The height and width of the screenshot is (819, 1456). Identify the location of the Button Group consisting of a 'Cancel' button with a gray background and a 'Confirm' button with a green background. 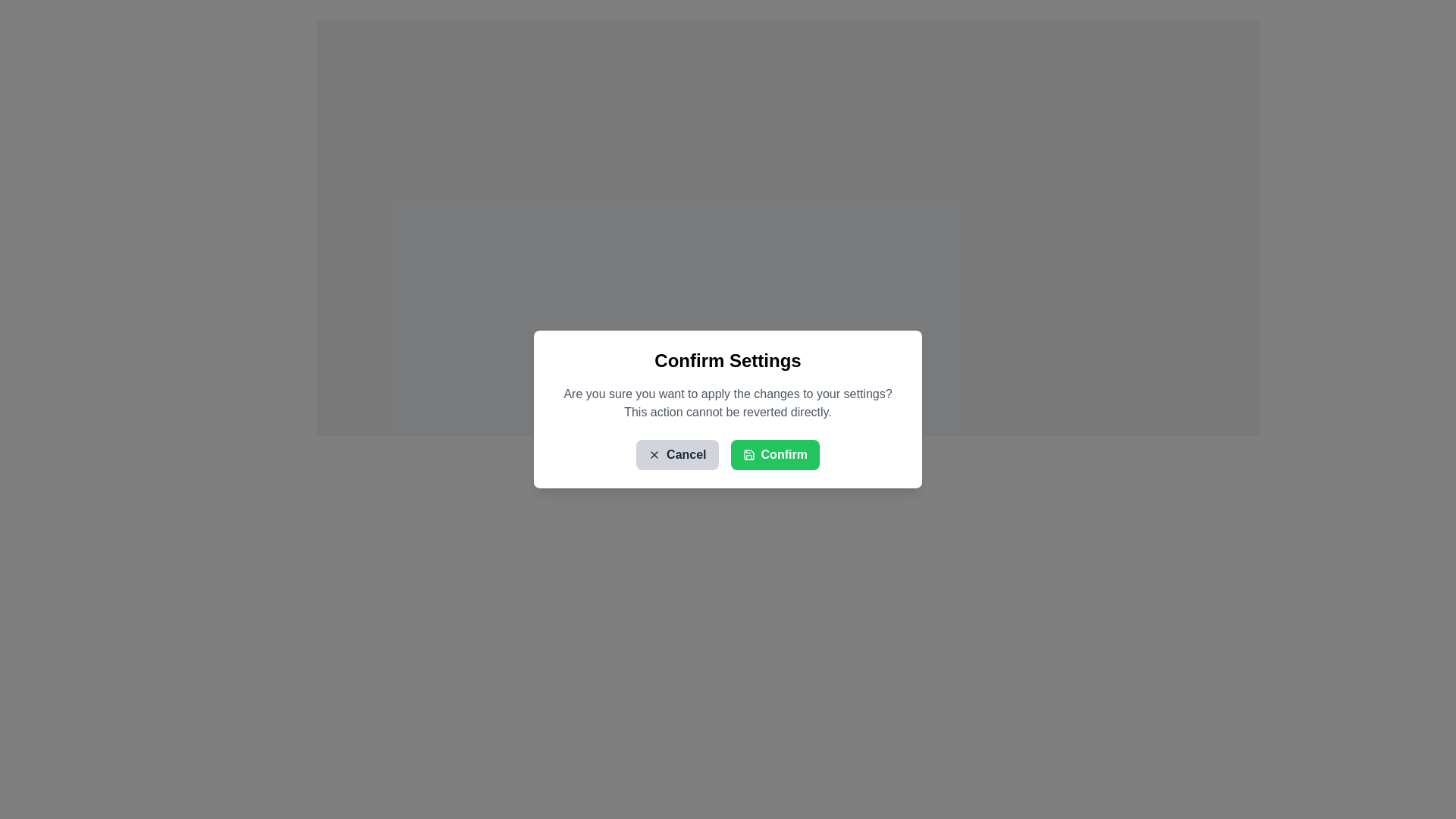
(728, 454).